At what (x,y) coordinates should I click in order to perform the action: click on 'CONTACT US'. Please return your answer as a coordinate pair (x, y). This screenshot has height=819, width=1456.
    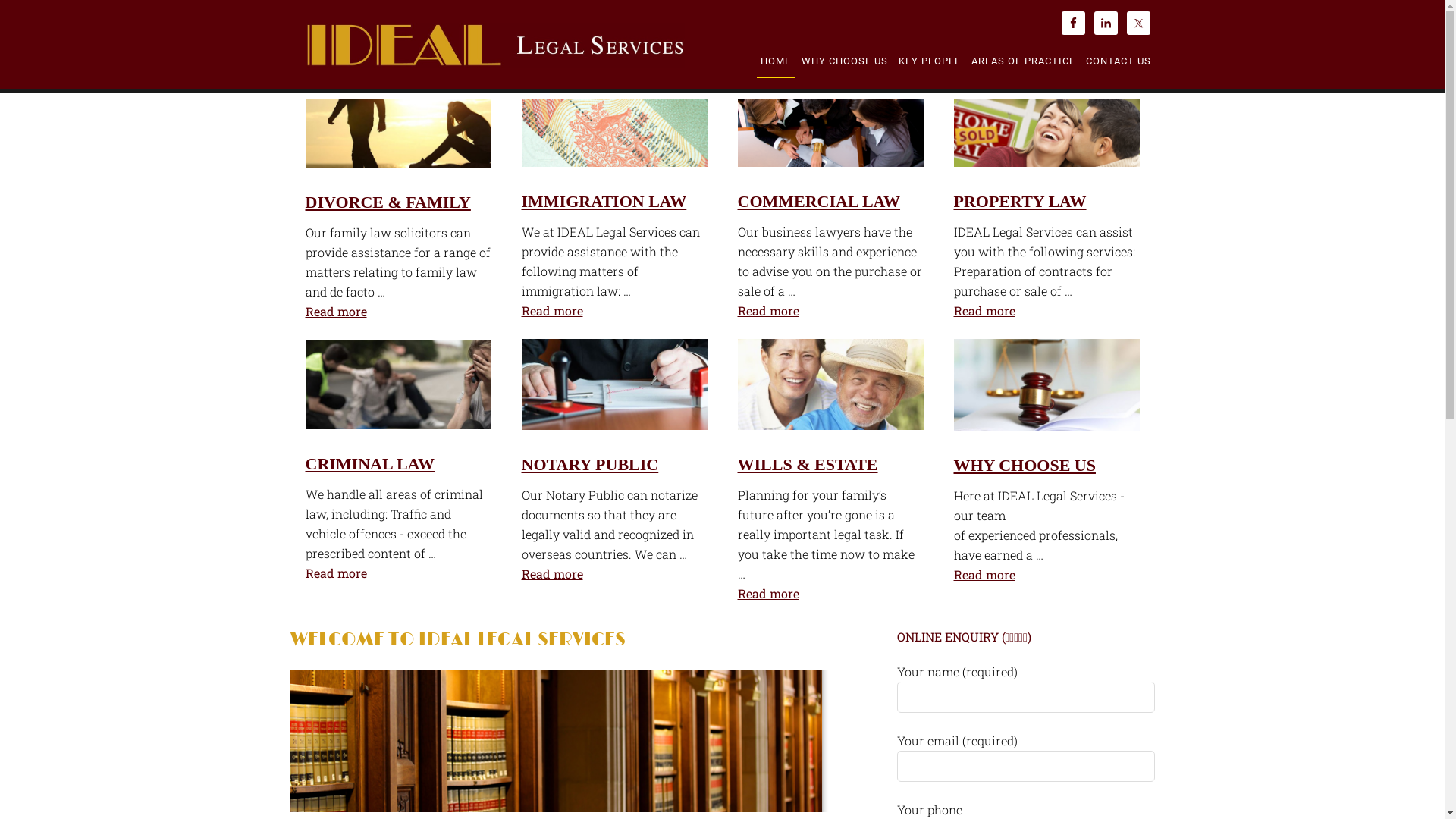
    Looking at the image, I should click on (1080, 61).